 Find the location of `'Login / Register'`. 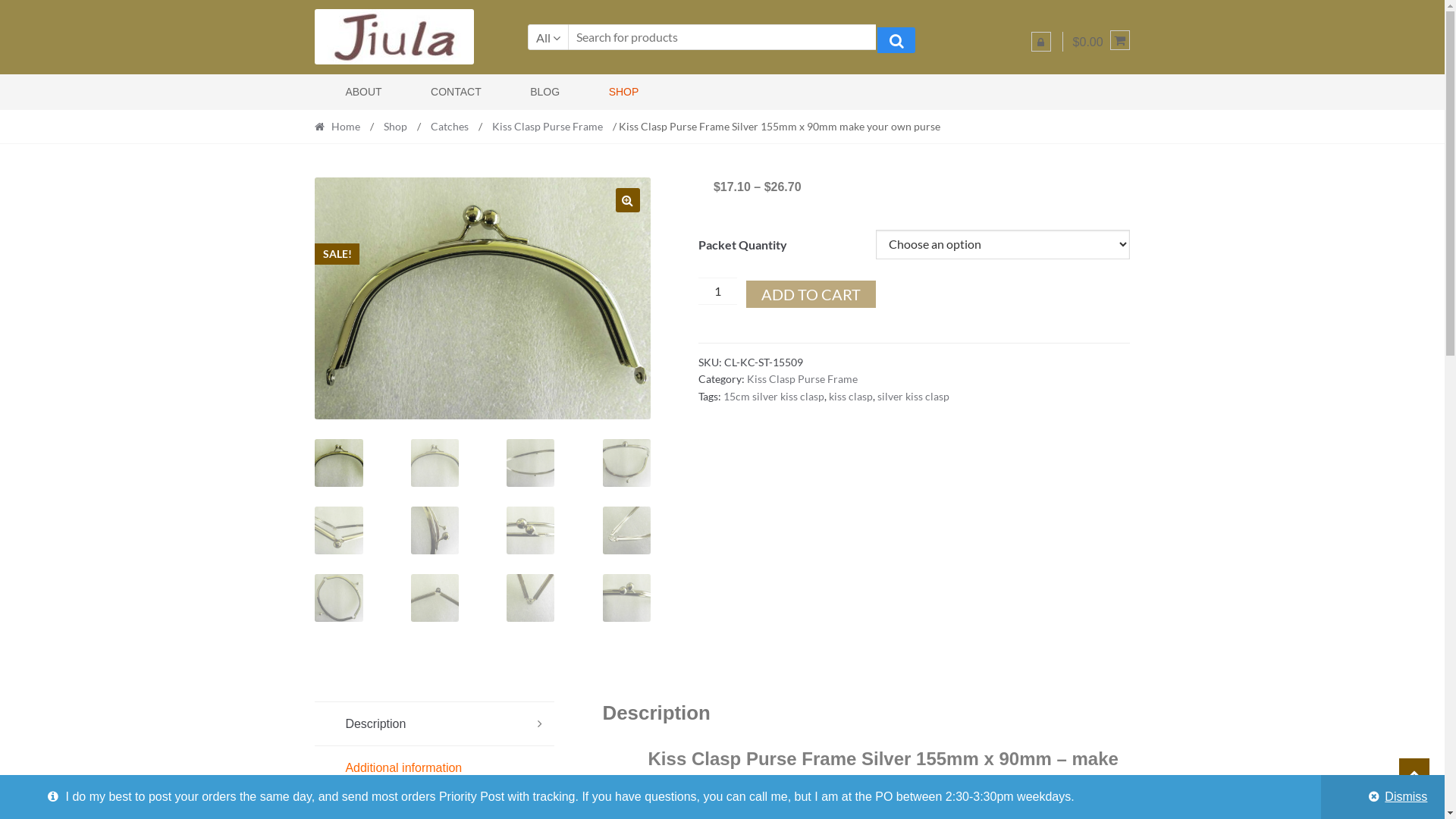

'Login / Register' is located at coordinates (1040, 40).